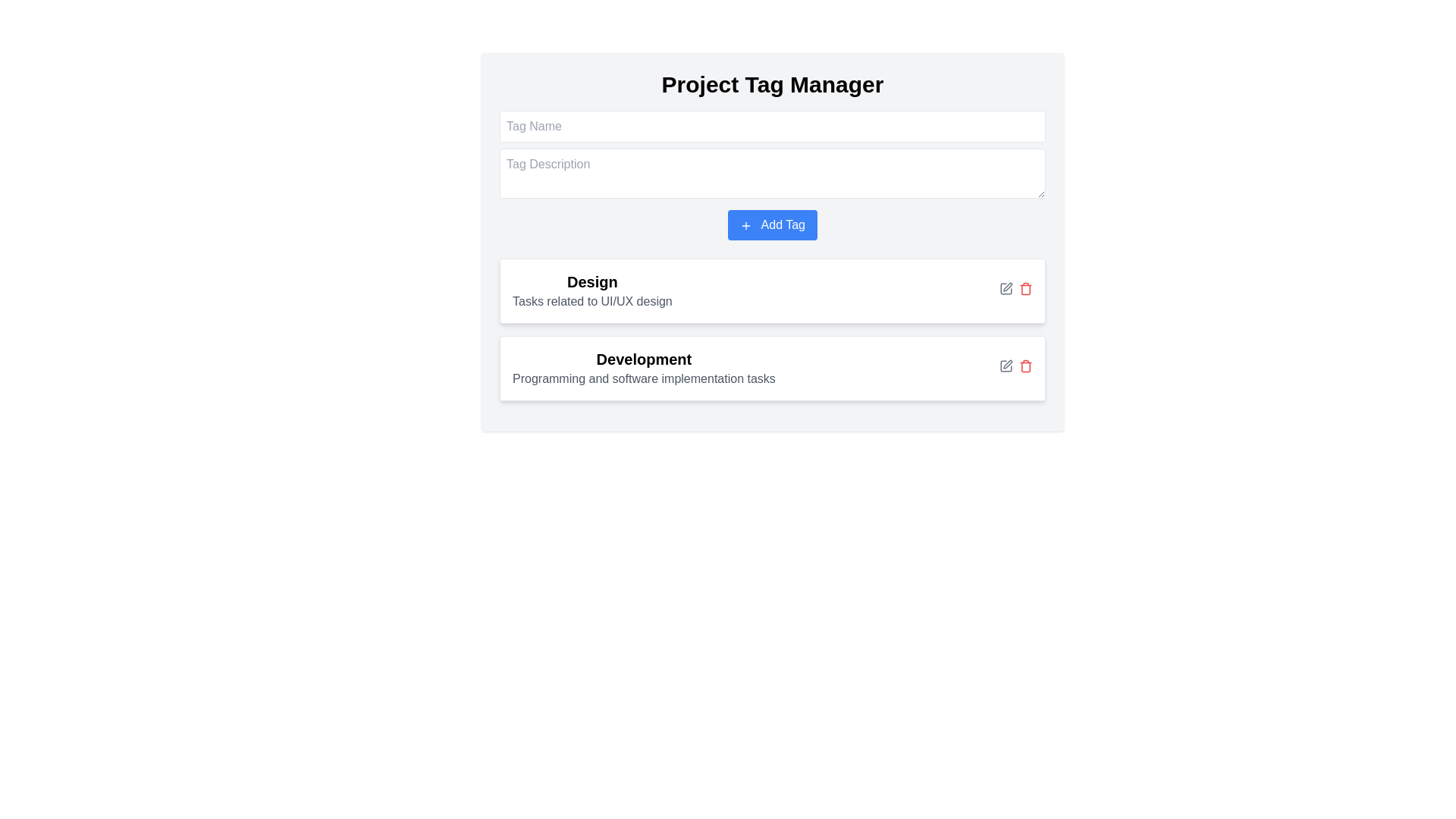 The image size is (1456, 819). Describe the element at coordinates (772, 225) in the screenshot. I see `the button used` at that location.